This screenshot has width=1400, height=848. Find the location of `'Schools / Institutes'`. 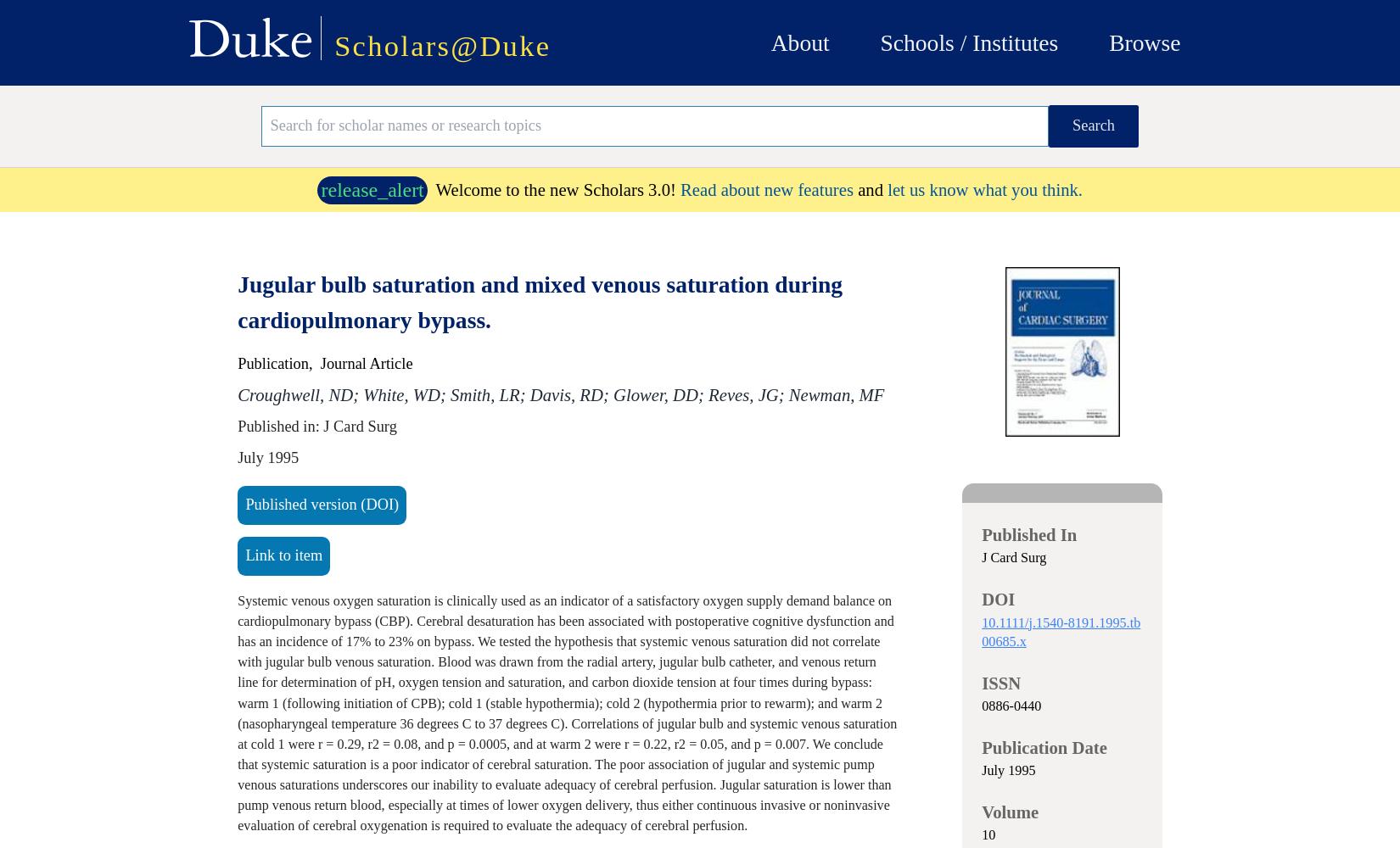

'Schools / Institutes' is located at coordinates (968, 42).